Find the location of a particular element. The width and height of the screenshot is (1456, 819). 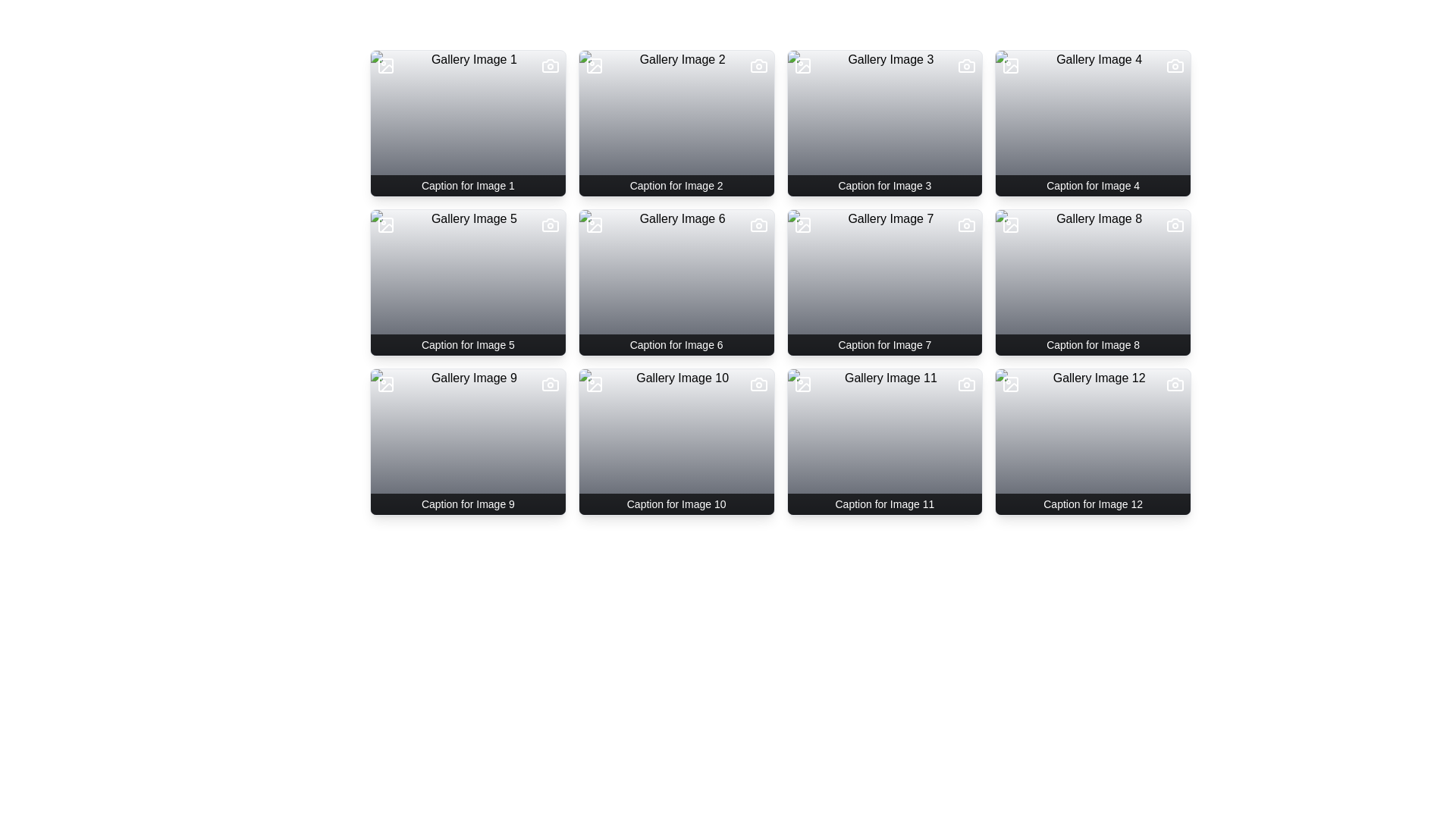

text of the Text Label that displays 'Caption for Image 12', located at the bottom of the 'Gallery Image 12' card in the fourth row and last column of the grid layout is located at coordinates (1093, 504).